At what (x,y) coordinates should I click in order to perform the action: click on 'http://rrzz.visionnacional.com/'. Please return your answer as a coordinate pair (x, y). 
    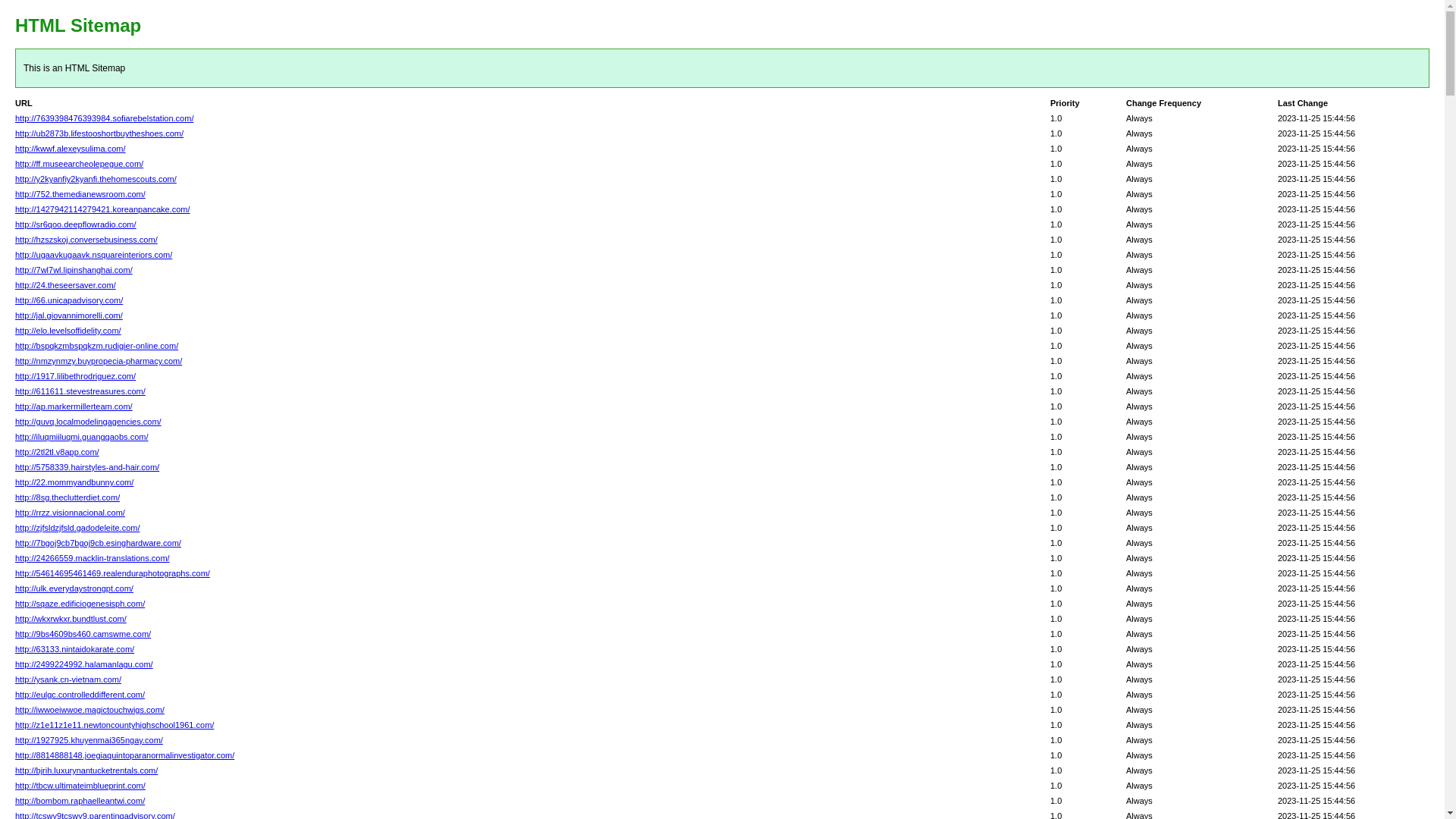
    Looking at the image, I should click on (69, 512).